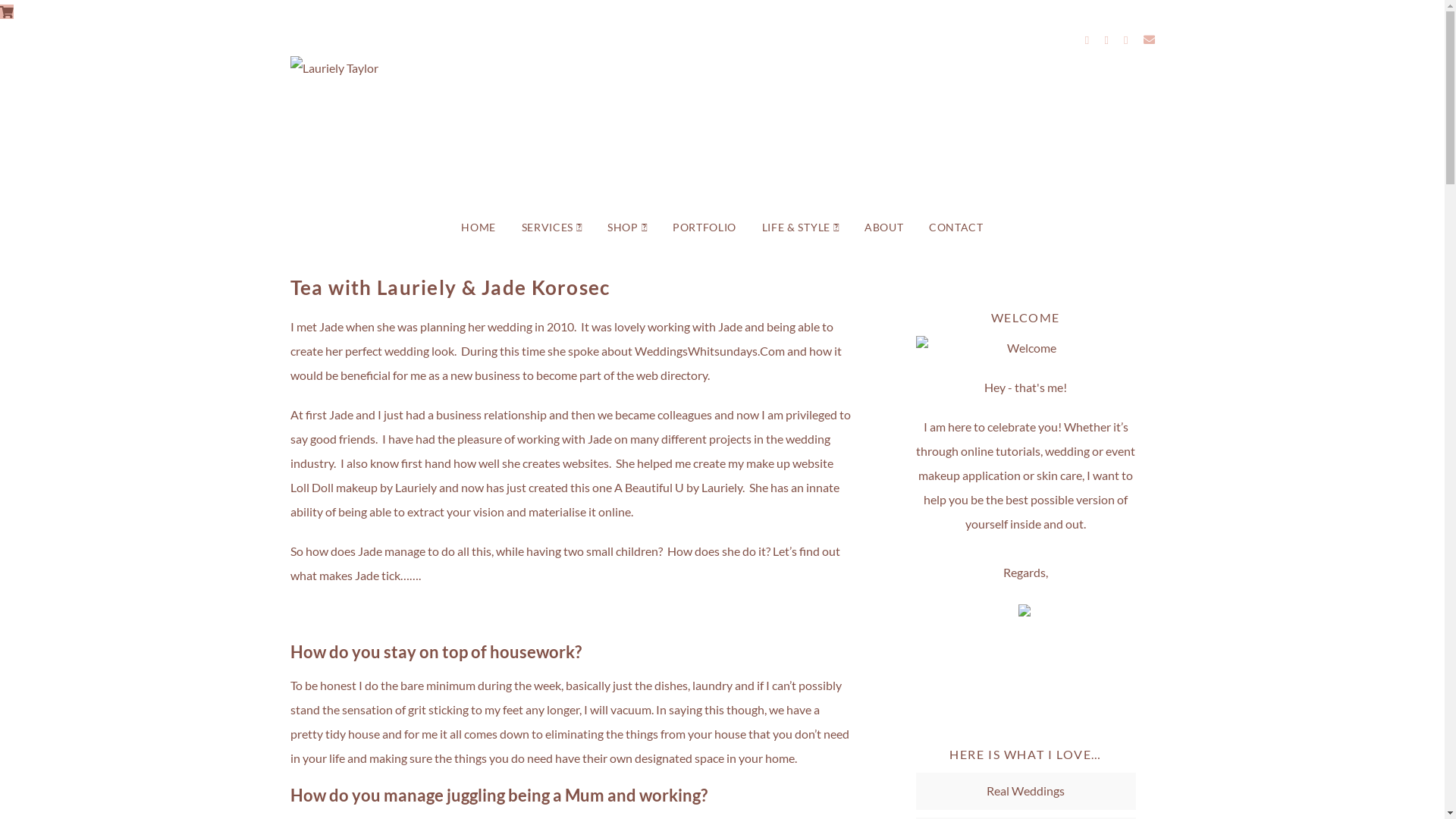 The width and height of the screenshot is (1456, 819). What do you see at coordinates (449, 287) in the screenshot?
I see `'Tea with Lauriely & Jade Korosec'` at bounding box center [449, 287].